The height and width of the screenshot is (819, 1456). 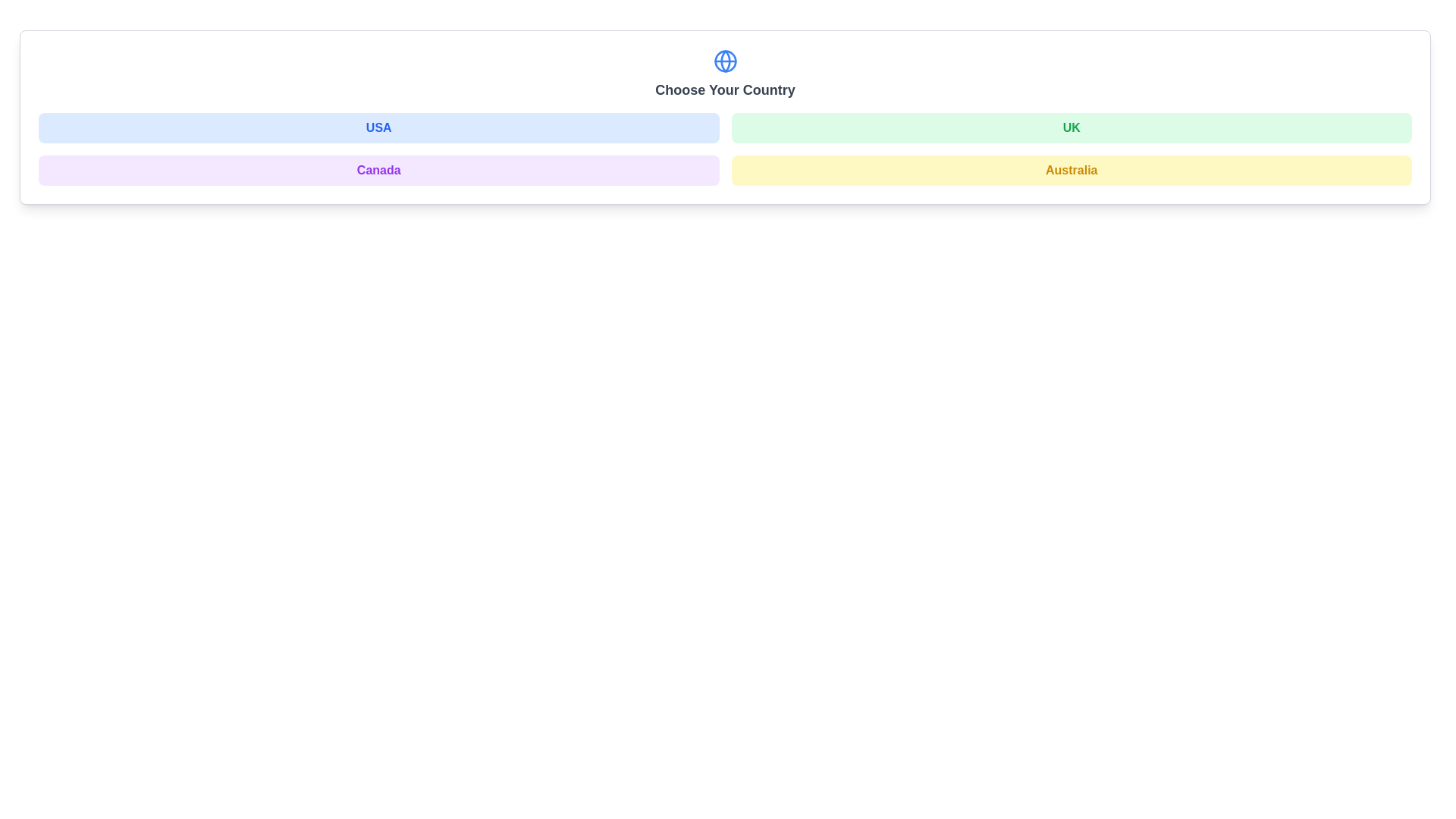 What do you see at coordinates (378, 127) in the screenshot?
I see `the button labeled 'USA'` at bounding box center [378, 127].